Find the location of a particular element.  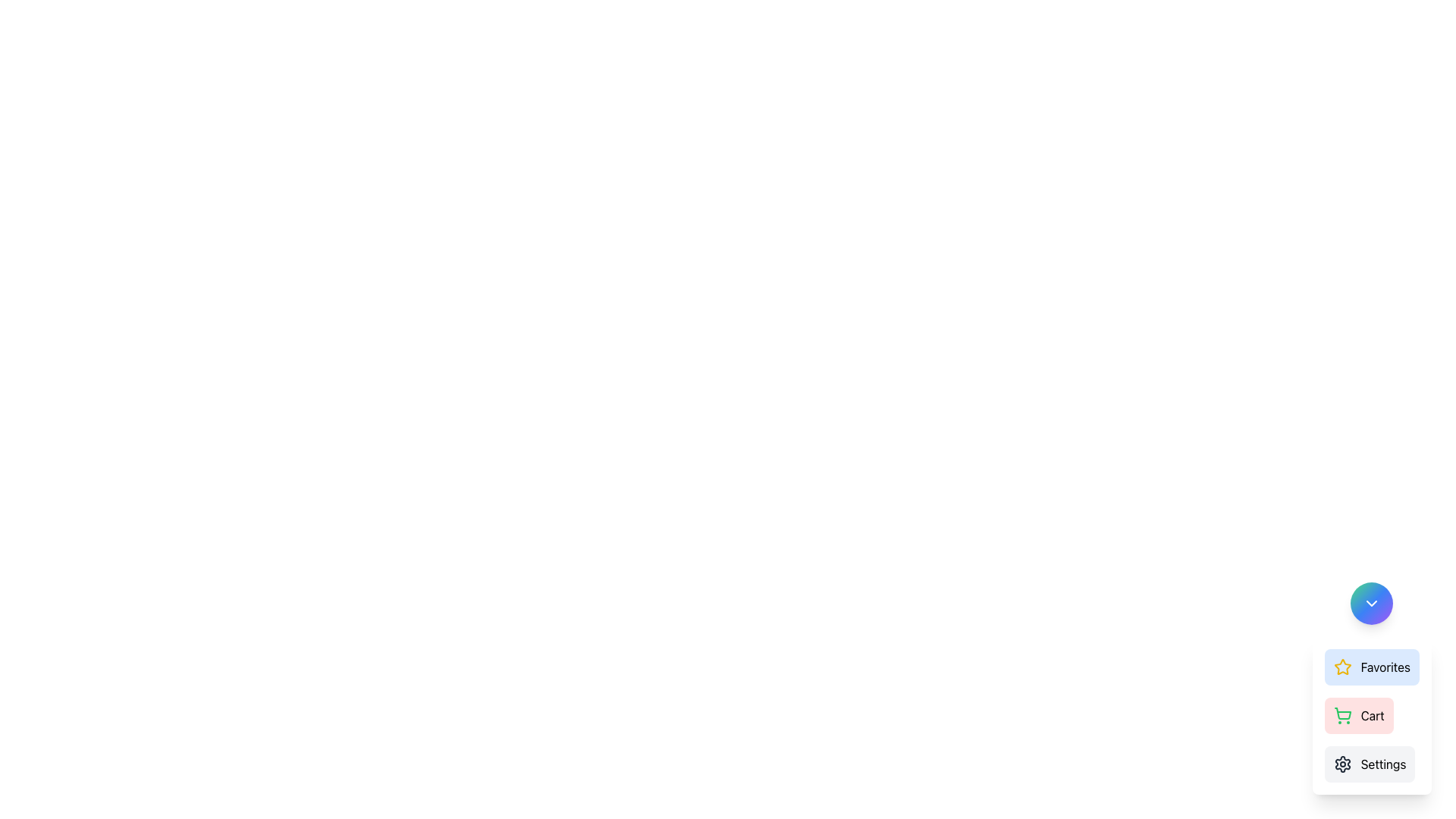

the downwards-pointing chevron icon within the circular button located at the bottom-right corner of the interface is located at coordinates (1372, 602).